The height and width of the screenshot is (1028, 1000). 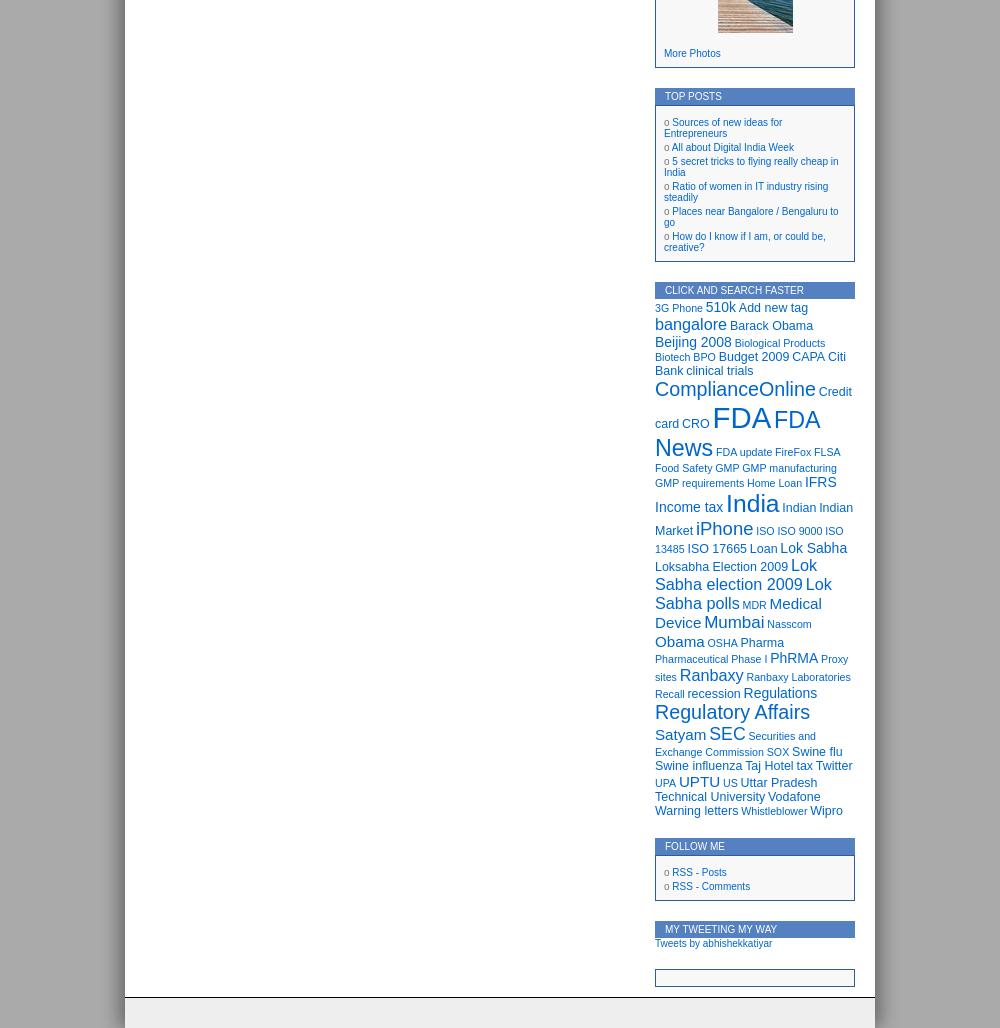 I want to click on 'More Photos', so click(x=691, y=53).